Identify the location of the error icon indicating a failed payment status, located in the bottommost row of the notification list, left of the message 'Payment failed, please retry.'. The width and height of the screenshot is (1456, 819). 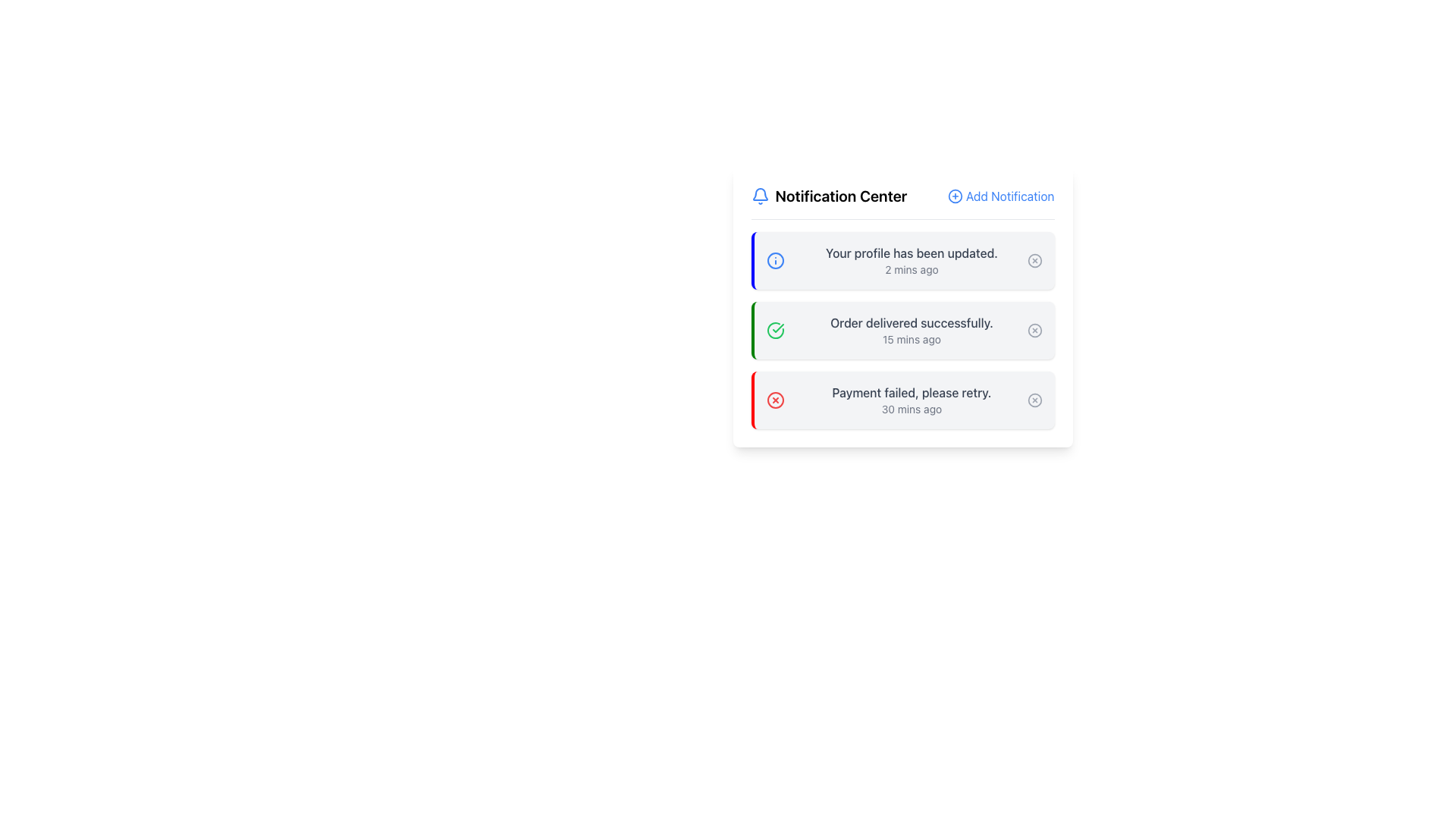
(775, 400).